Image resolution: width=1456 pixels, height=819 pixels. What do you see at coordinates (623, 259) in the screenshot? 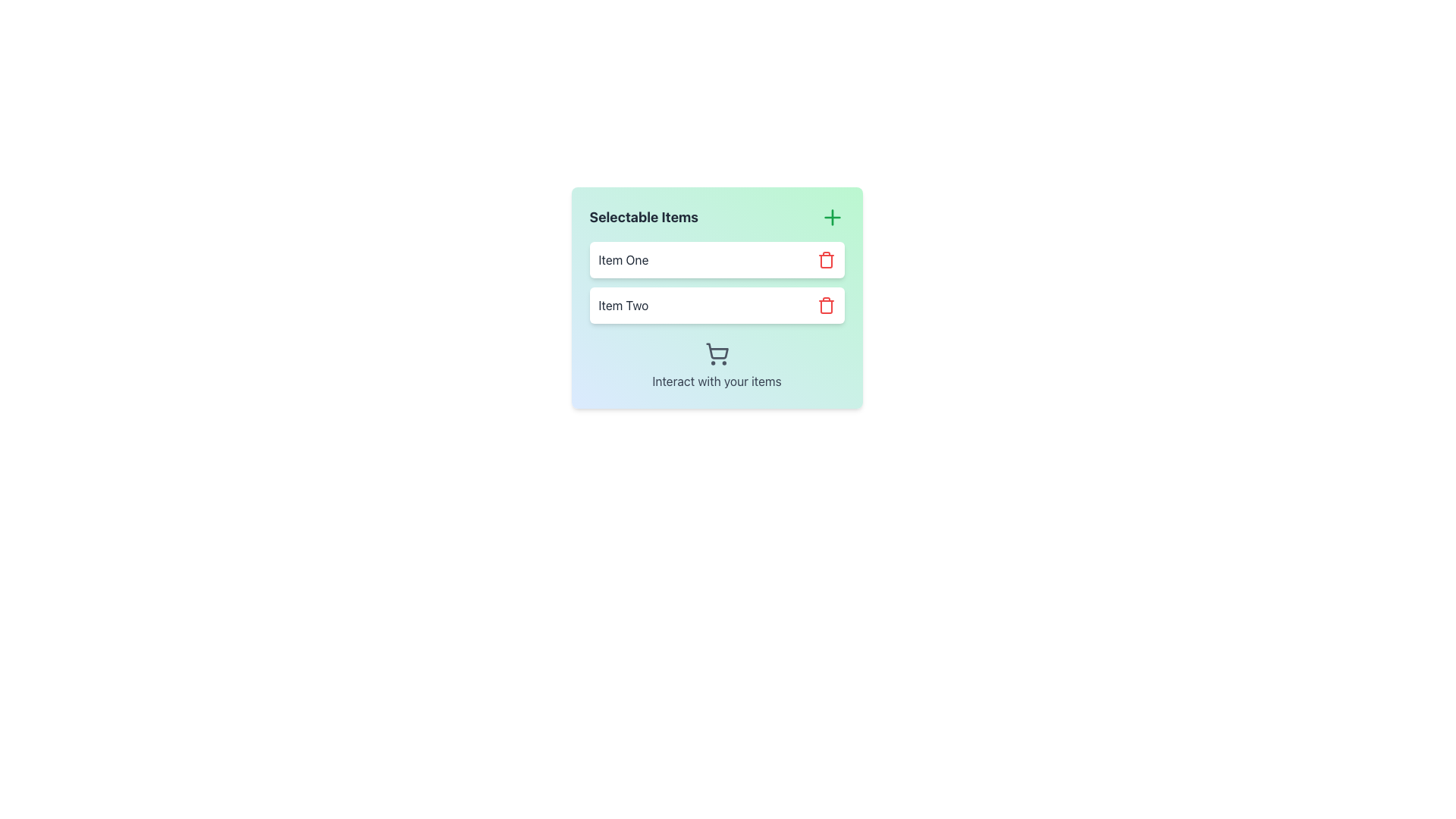
I see `the text label element displaying 'Item One'` at bounding box center [623, 259].